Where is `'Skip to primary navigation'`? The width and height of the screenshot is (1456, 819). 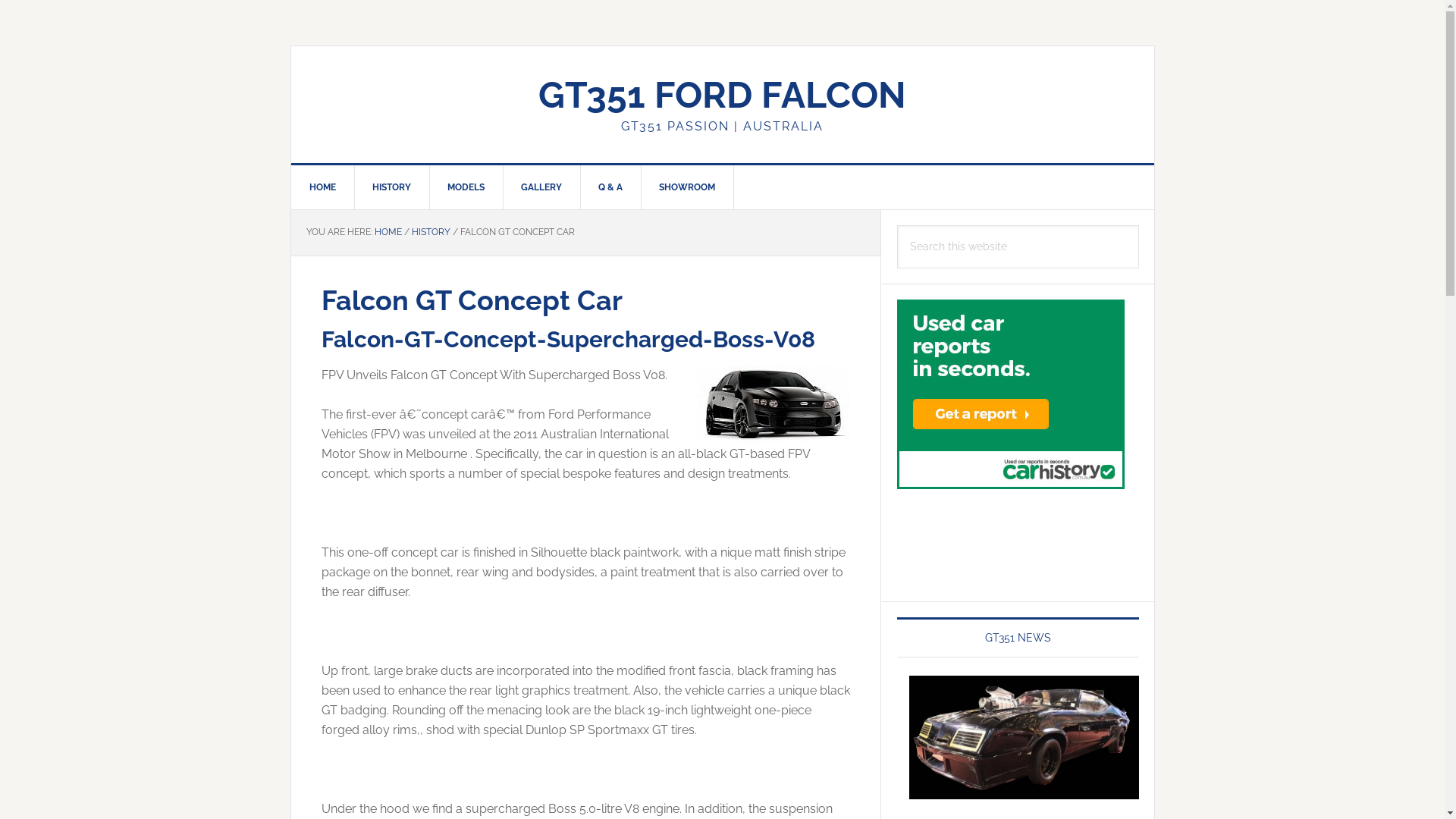
'Skip to primary navigation' is located at coordinates (0, 0).